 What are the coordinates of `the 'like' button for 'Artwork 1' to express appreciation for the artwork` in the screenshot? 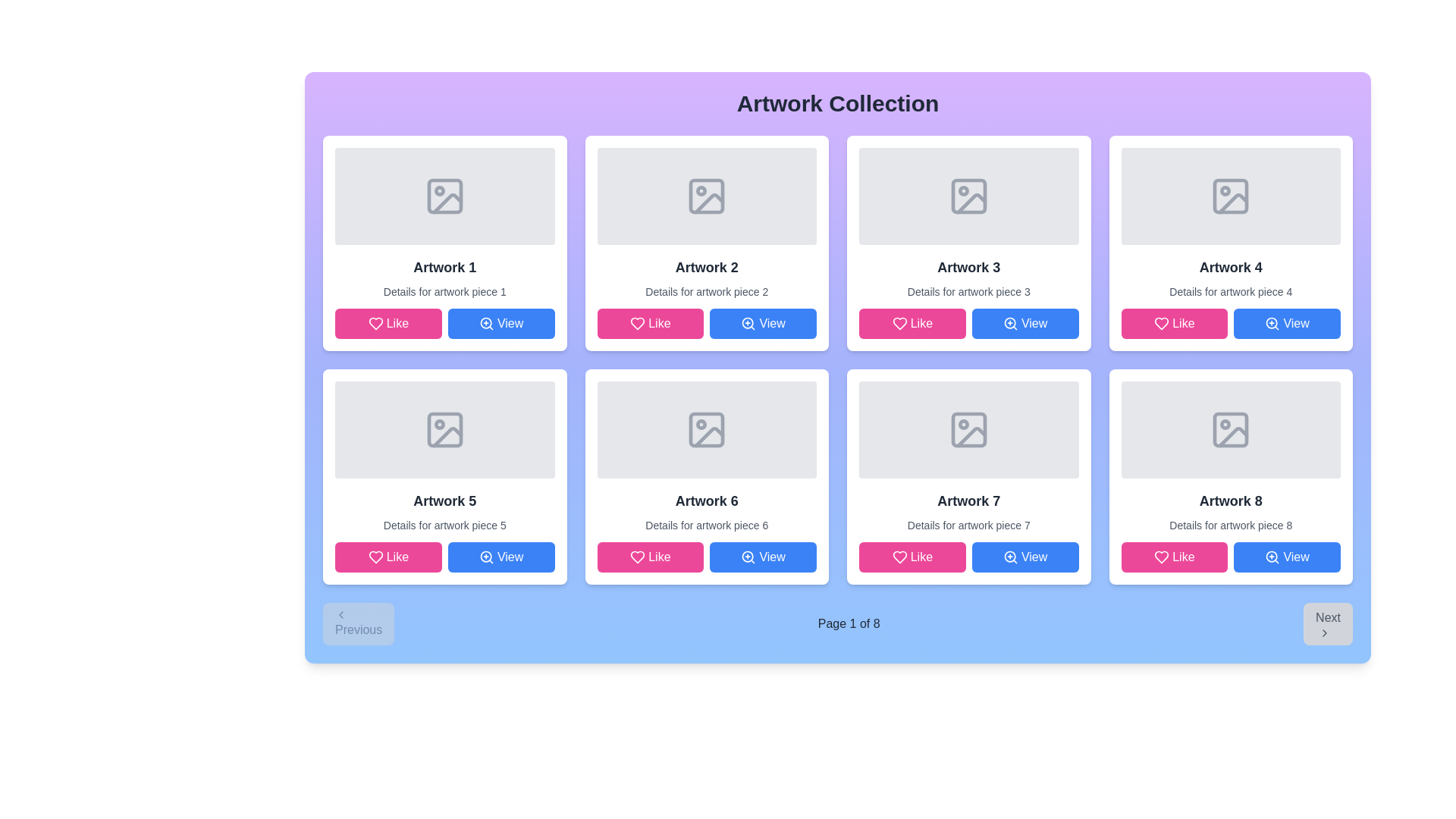 It's located at (388, 323).